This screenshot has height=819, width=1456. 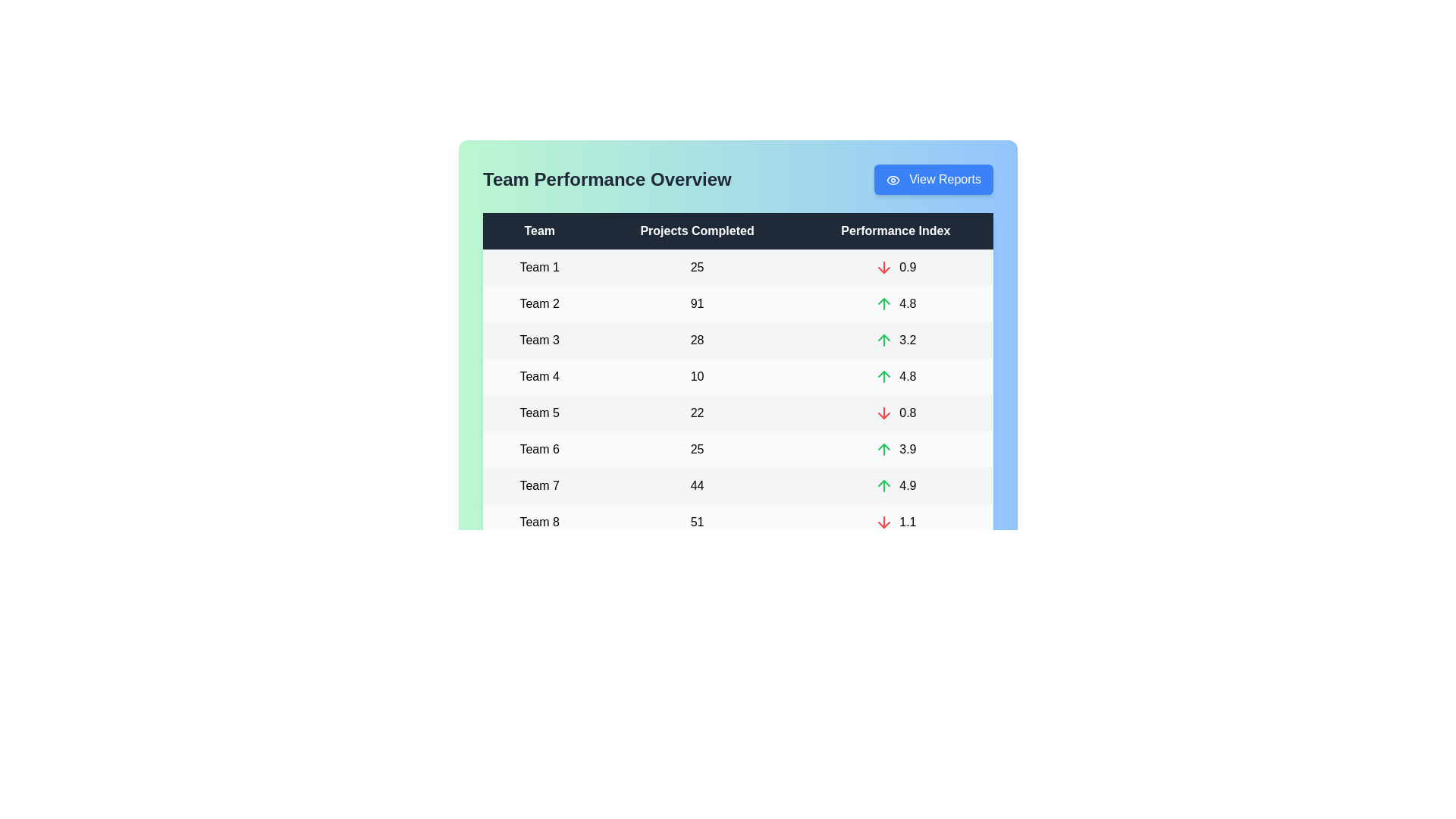 What do you see at coordinates (539, 231) in the screenshot?
I see `the table header to sort the table by Team column` at bounding box center [539, 231].